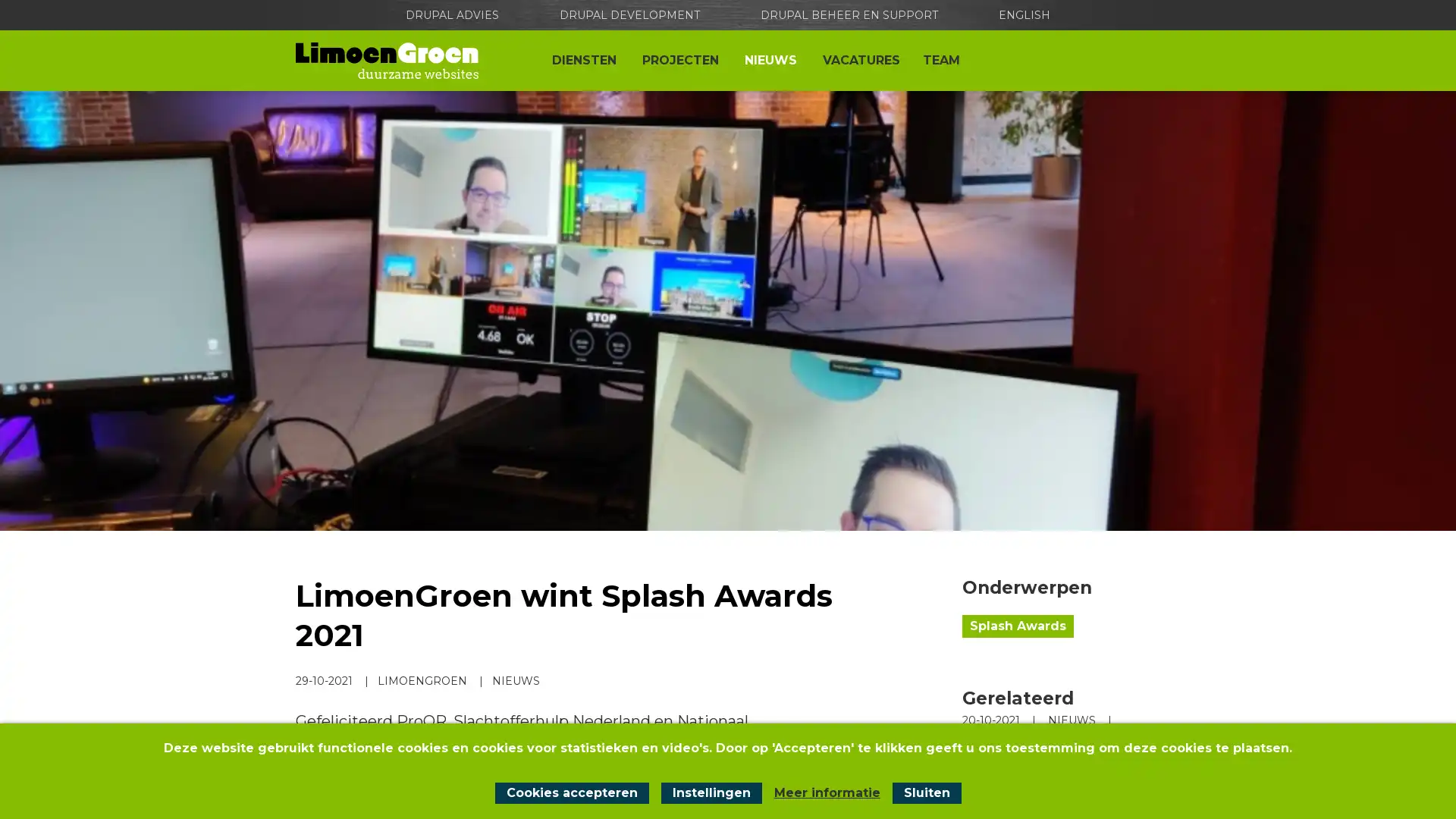 Image resolution: width=1456 pixels, height=819 pixels. Describe the element at coordinates (925, 792) in the screenshot. I see `Sluit cookiemelding` at that location.